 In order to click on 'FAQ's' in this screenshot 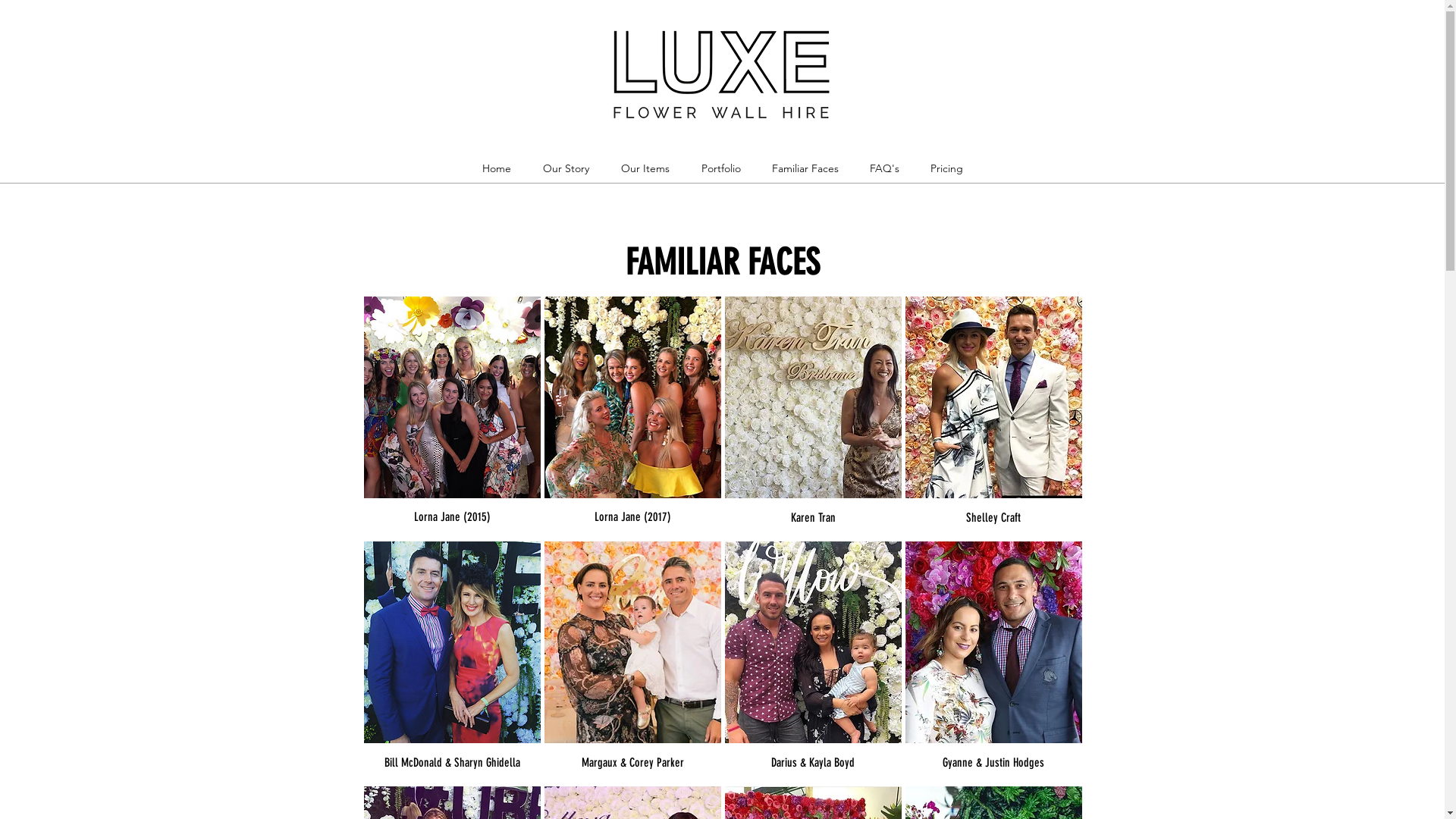, I will do `click(884, 168)`.